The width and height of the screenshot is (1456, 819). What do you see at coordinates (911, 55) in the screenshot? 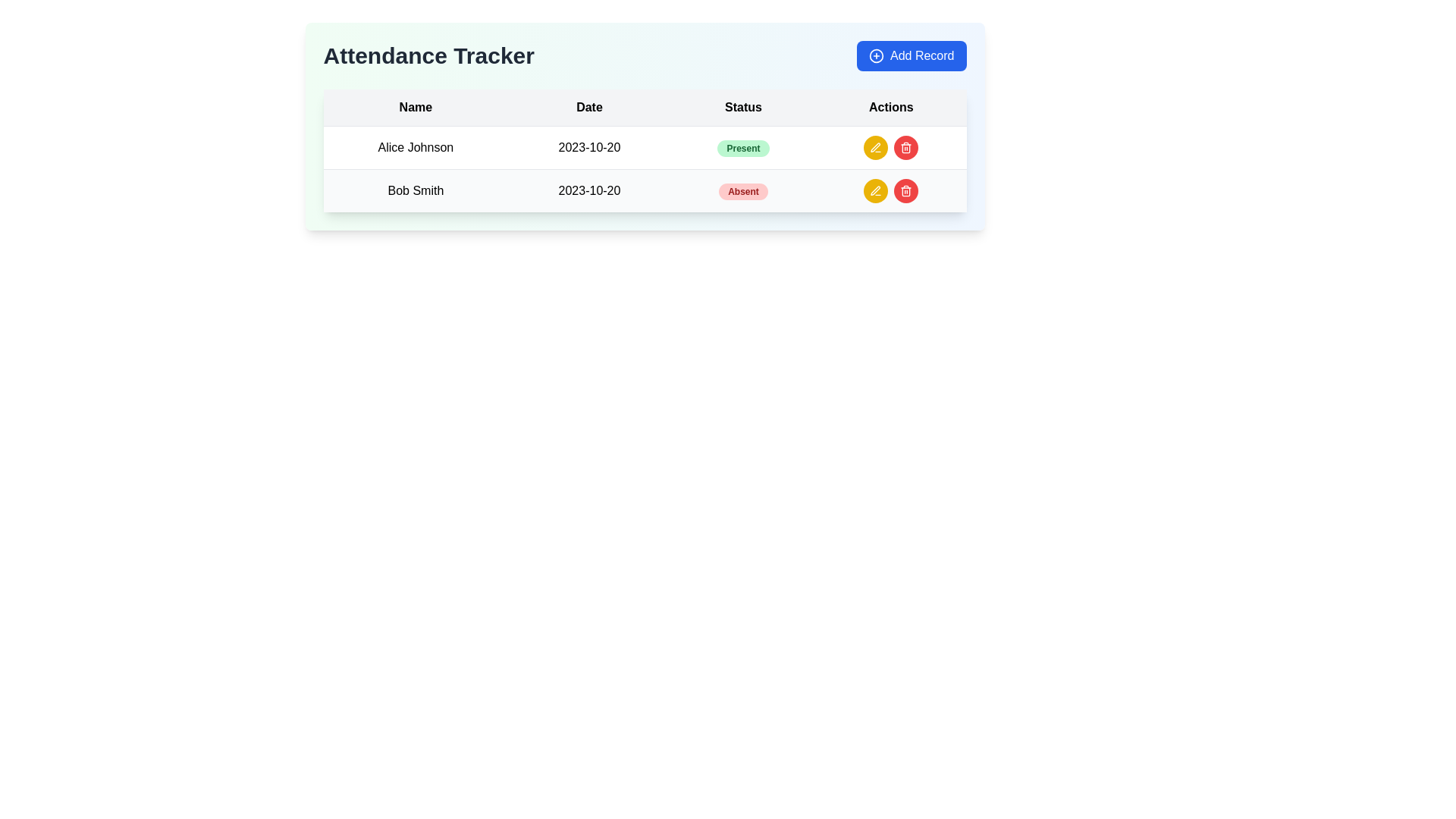
I see `the 'Add Record' button, which has a bright blue background, rounded corners, and white text, located at the top-right part of the interface under the 'Attendance Tracker' title` at bounding box center [911, 55].